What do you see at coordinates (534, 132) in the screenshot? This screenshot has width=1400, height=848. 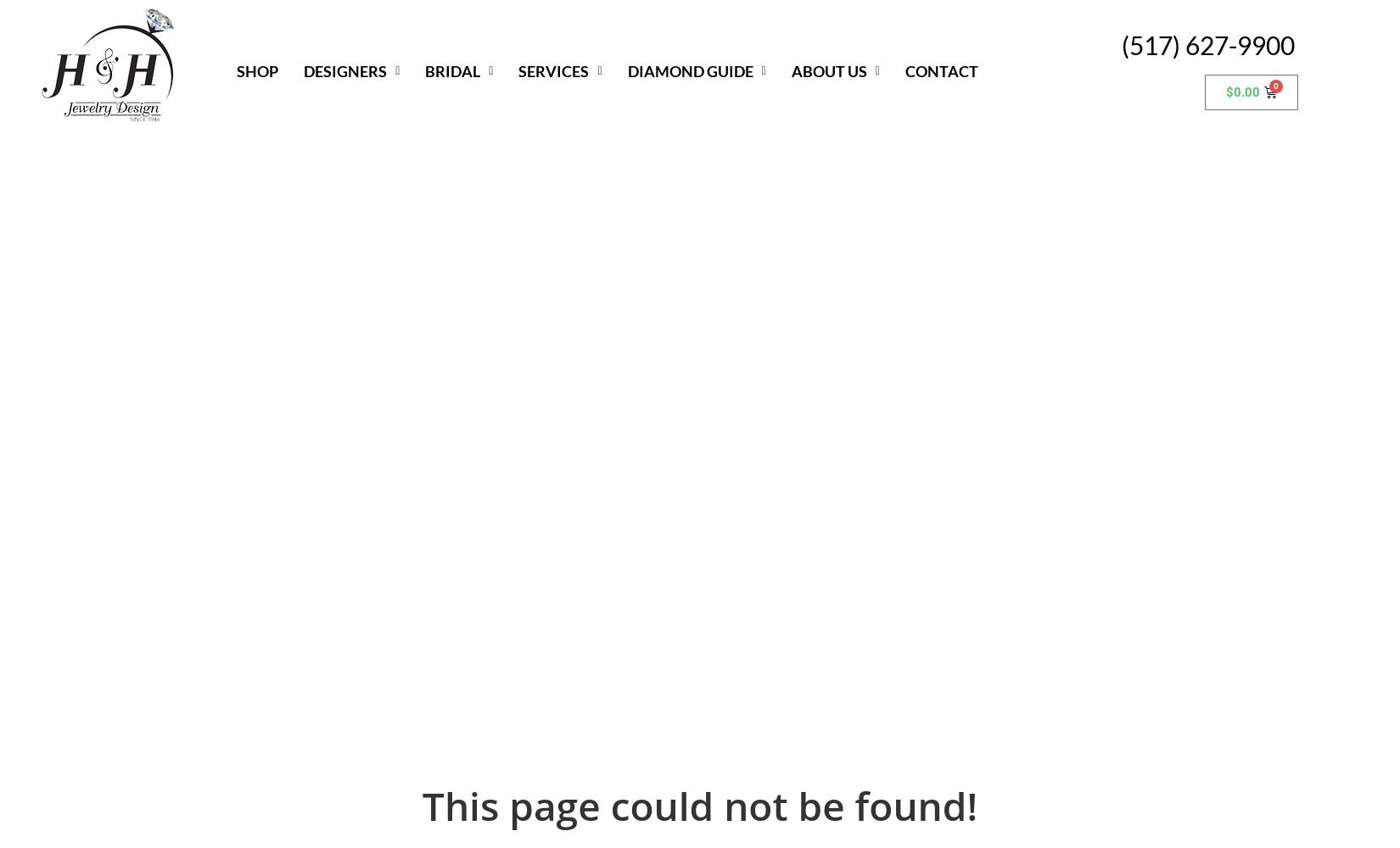 I see `'Custom Jewelry'` at bounding box center [534, 132].